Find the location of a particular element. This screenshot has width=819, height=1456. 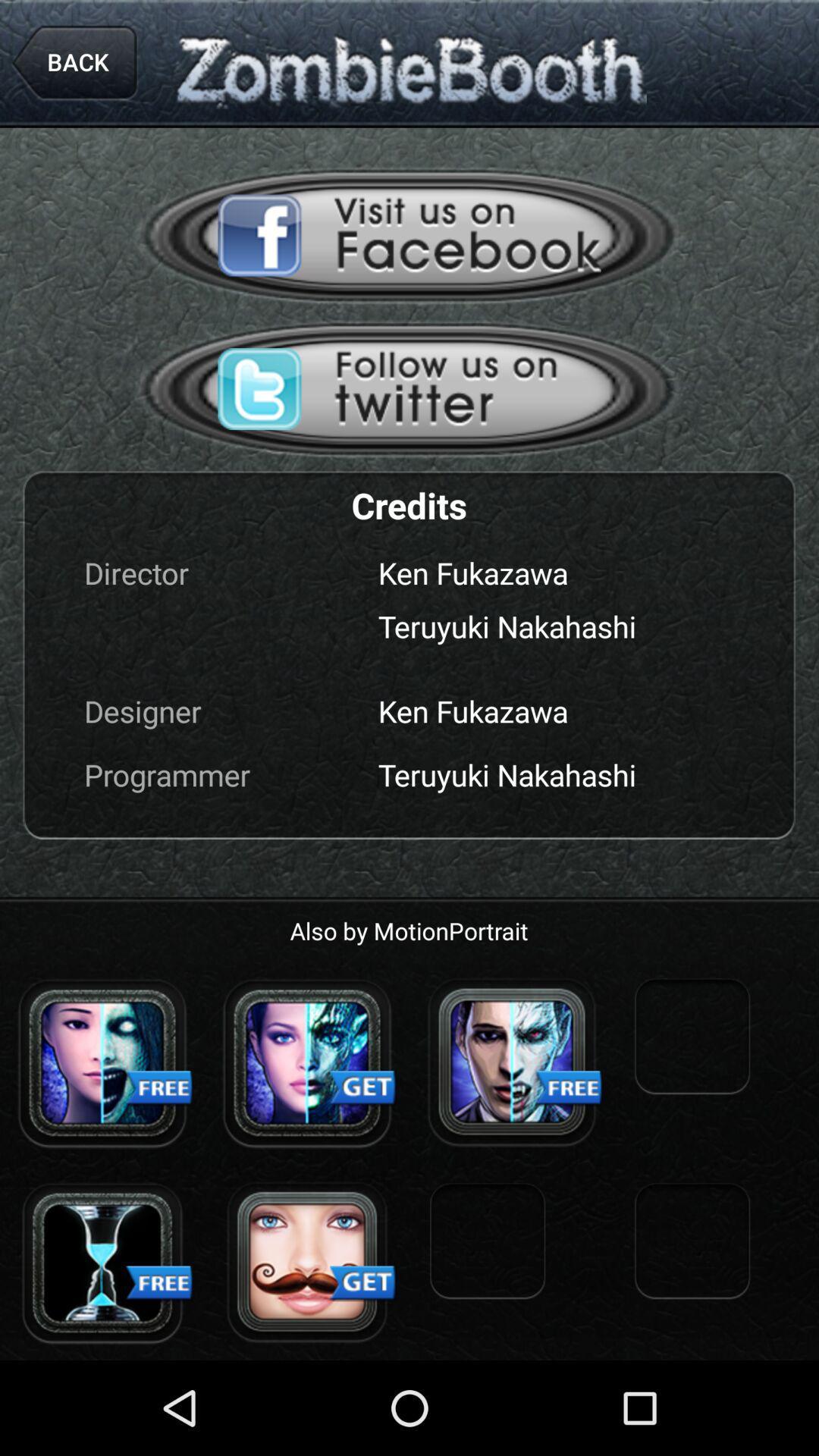

this option advertisement is located at coordinates (409, 389).